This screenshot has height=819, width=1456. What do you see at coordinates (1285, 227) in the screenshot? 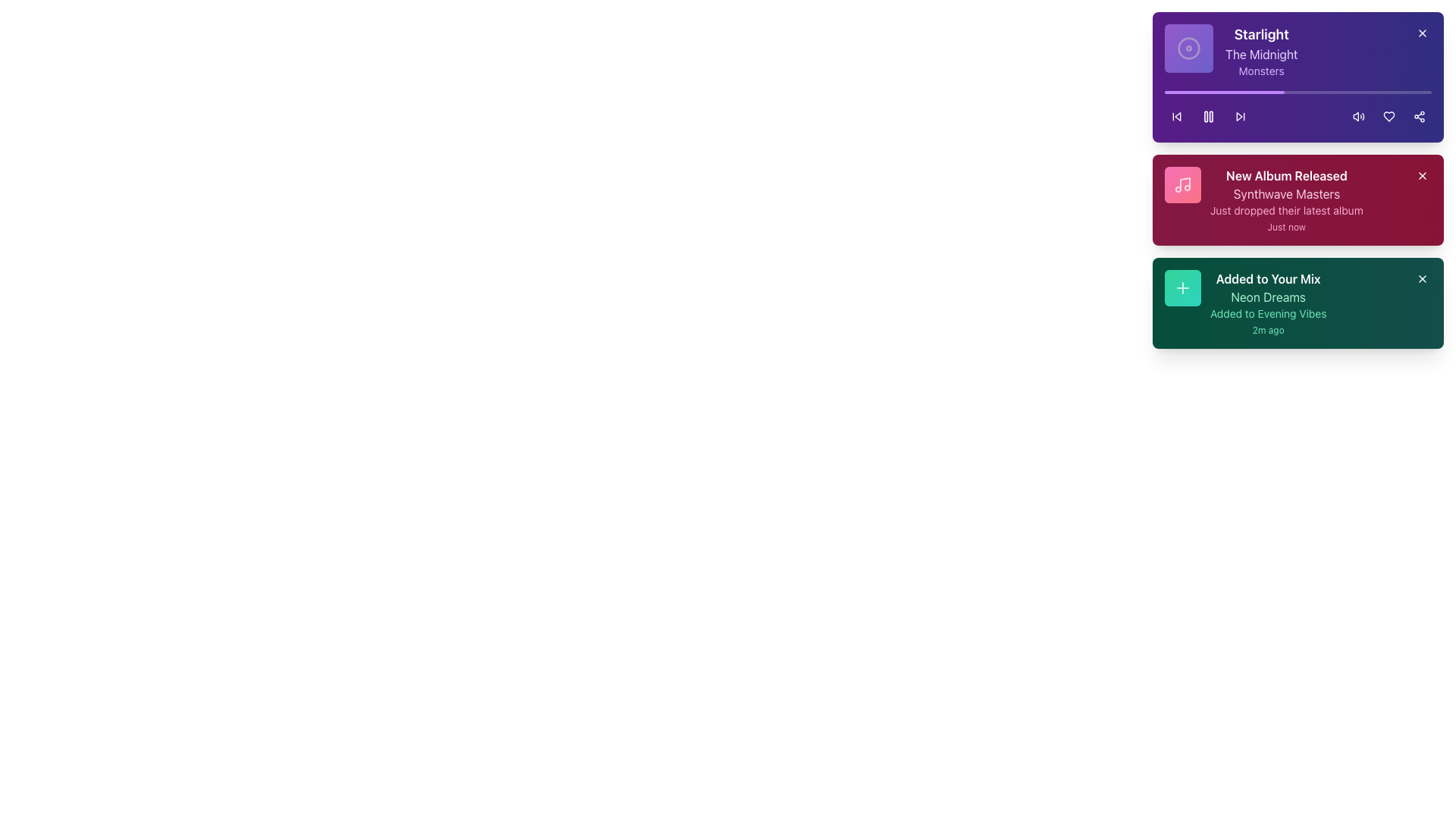
I see `the label displaying 'Just now' which is positioned at the bottom of the notification card with a dark red background, beneath the text 'Just dropped their latest album'` at bounding box center [1285, 227].